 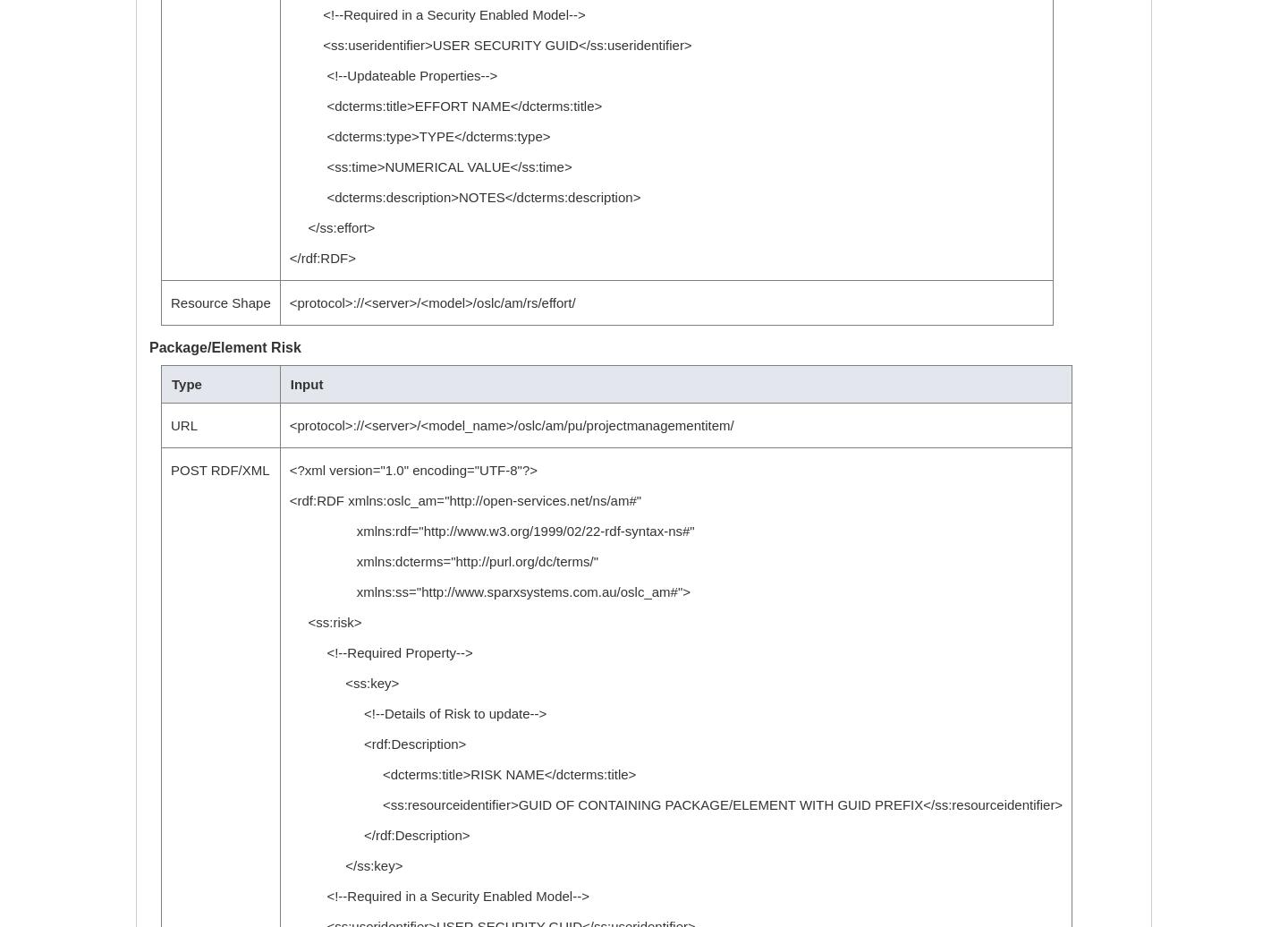 I want to click on 'xmlns:rdf="http://www.w3.org/1999/02/22-rdf-syntax-ns#"', so click(x=491, y=531).